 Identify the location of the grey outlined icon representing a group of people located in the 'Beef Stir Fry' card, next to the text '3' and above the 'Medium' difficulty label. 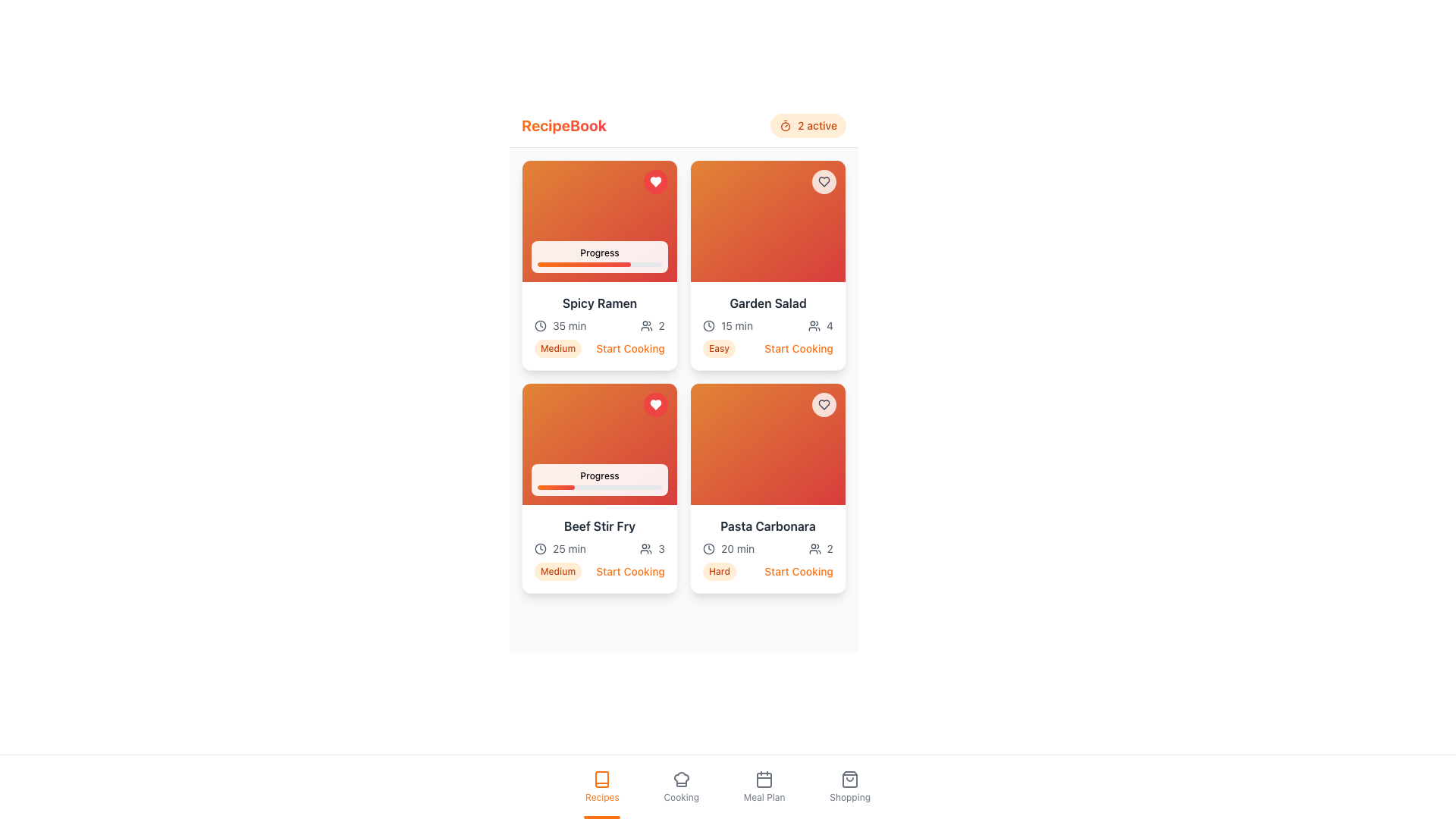
(646, 549).